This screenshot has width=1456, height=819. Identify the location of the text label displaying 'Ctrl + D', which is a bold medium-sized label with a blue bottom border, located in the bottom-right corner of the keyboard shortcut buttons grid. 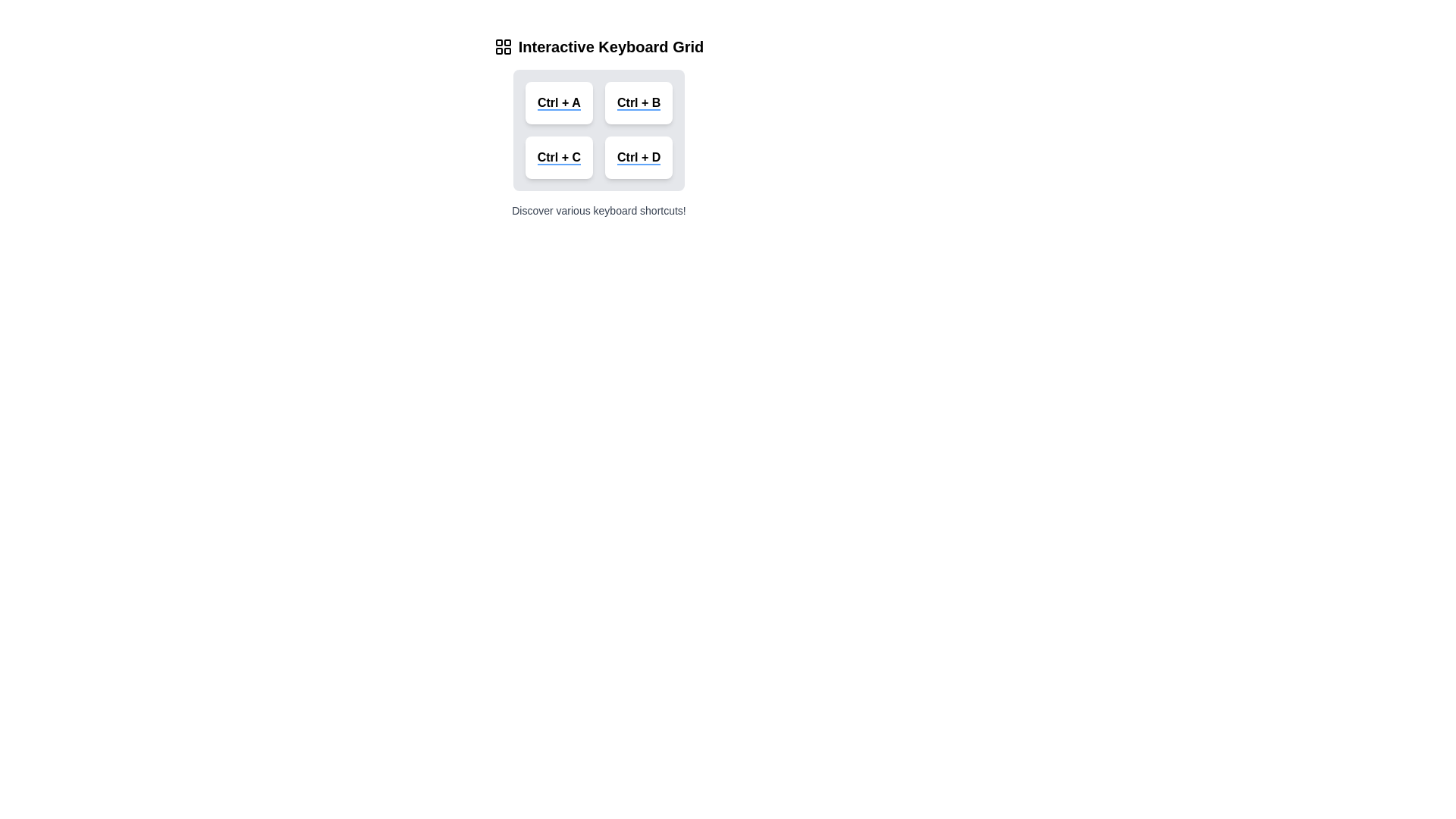
(639, 158).